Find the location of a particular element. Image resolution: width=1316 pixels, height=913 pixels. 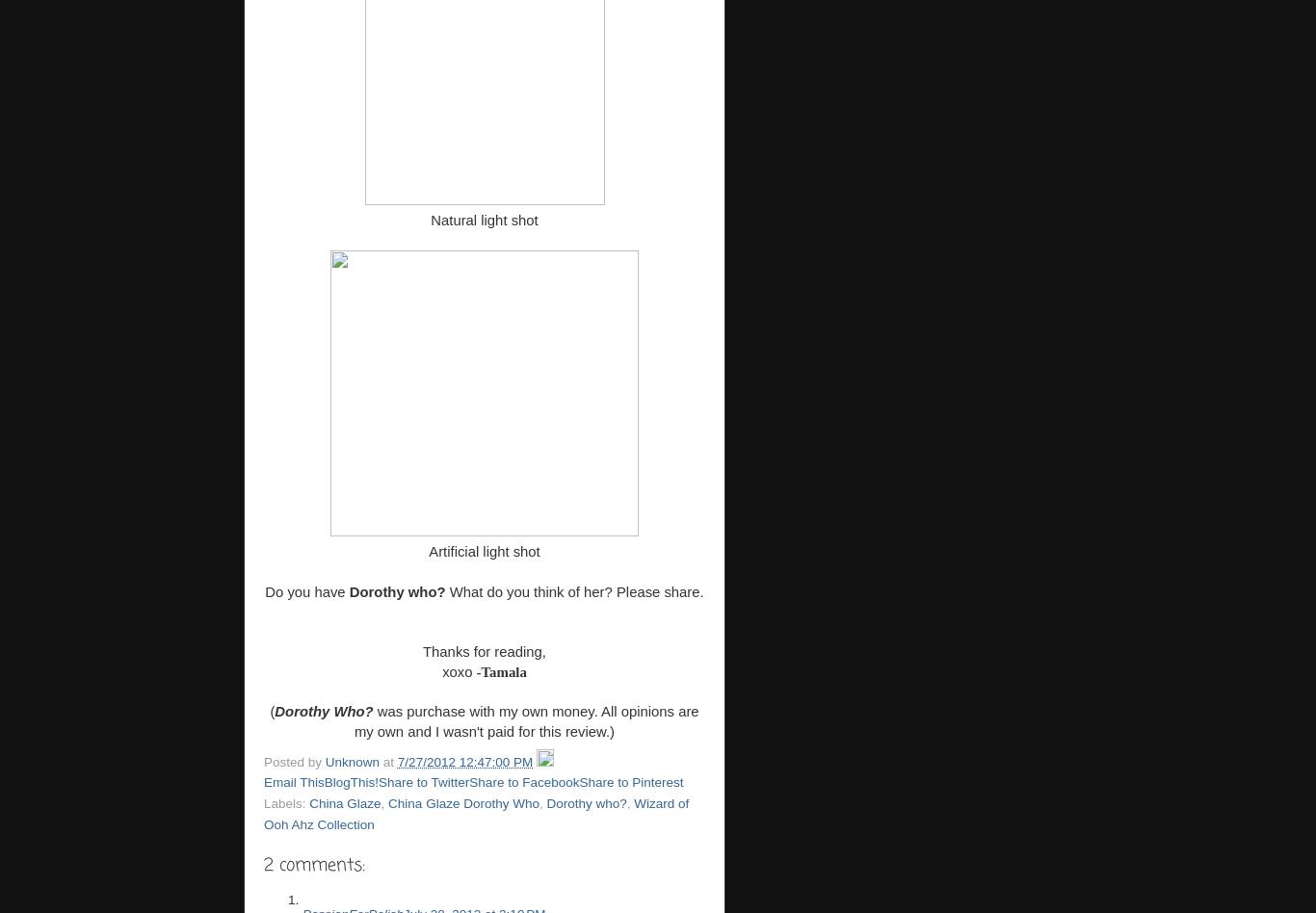

'2 comments:' is located at coordinates (314, 864).